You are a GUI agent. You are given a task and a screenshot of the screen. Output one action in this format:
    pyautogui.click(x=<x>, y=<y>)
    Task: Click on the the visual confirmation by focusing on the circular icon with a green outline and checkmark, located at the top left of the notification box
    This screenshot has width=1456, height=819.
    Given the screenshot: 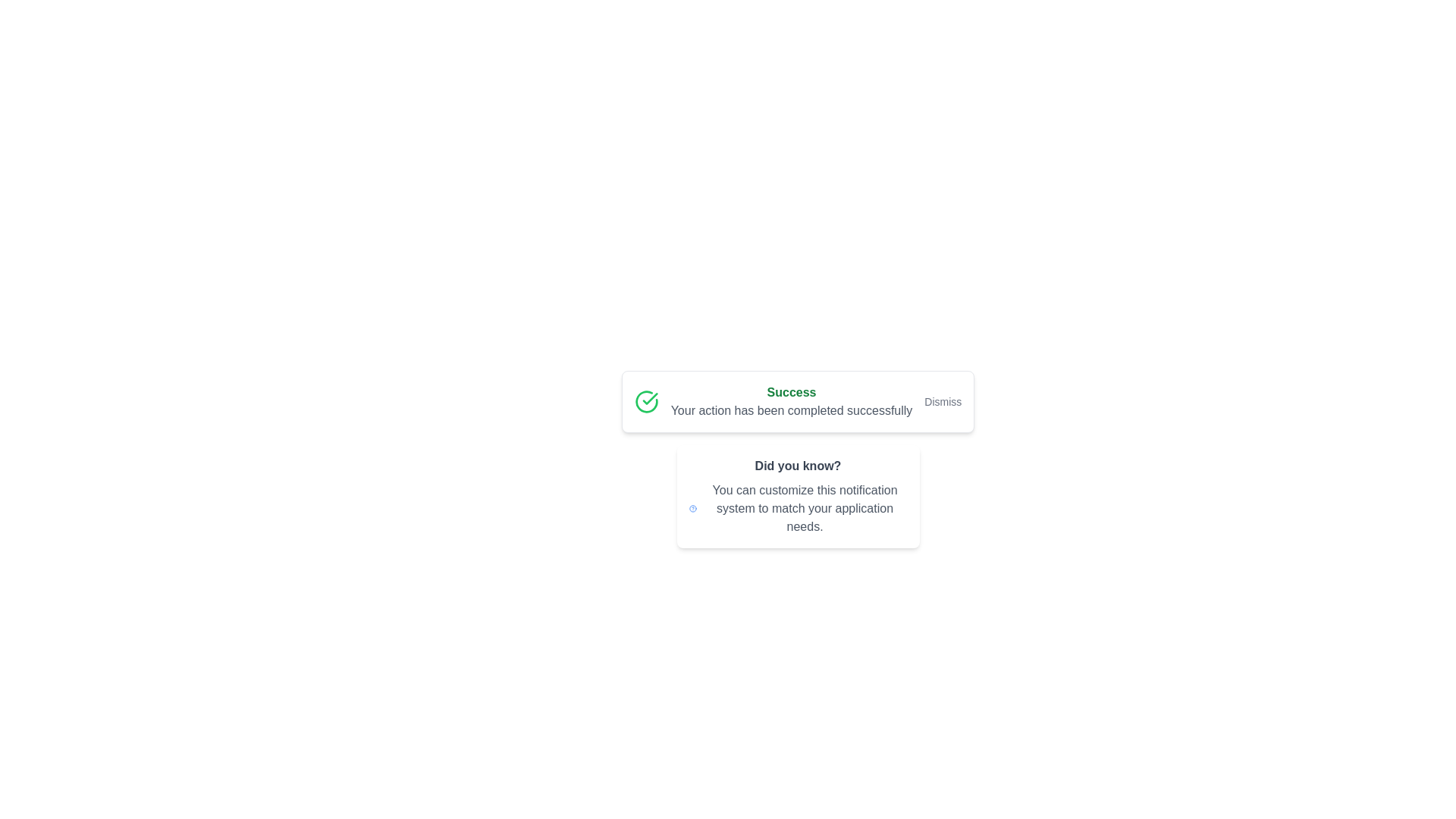 What is the action you would take?
    pyautogui.click(x=646, y=400)
    